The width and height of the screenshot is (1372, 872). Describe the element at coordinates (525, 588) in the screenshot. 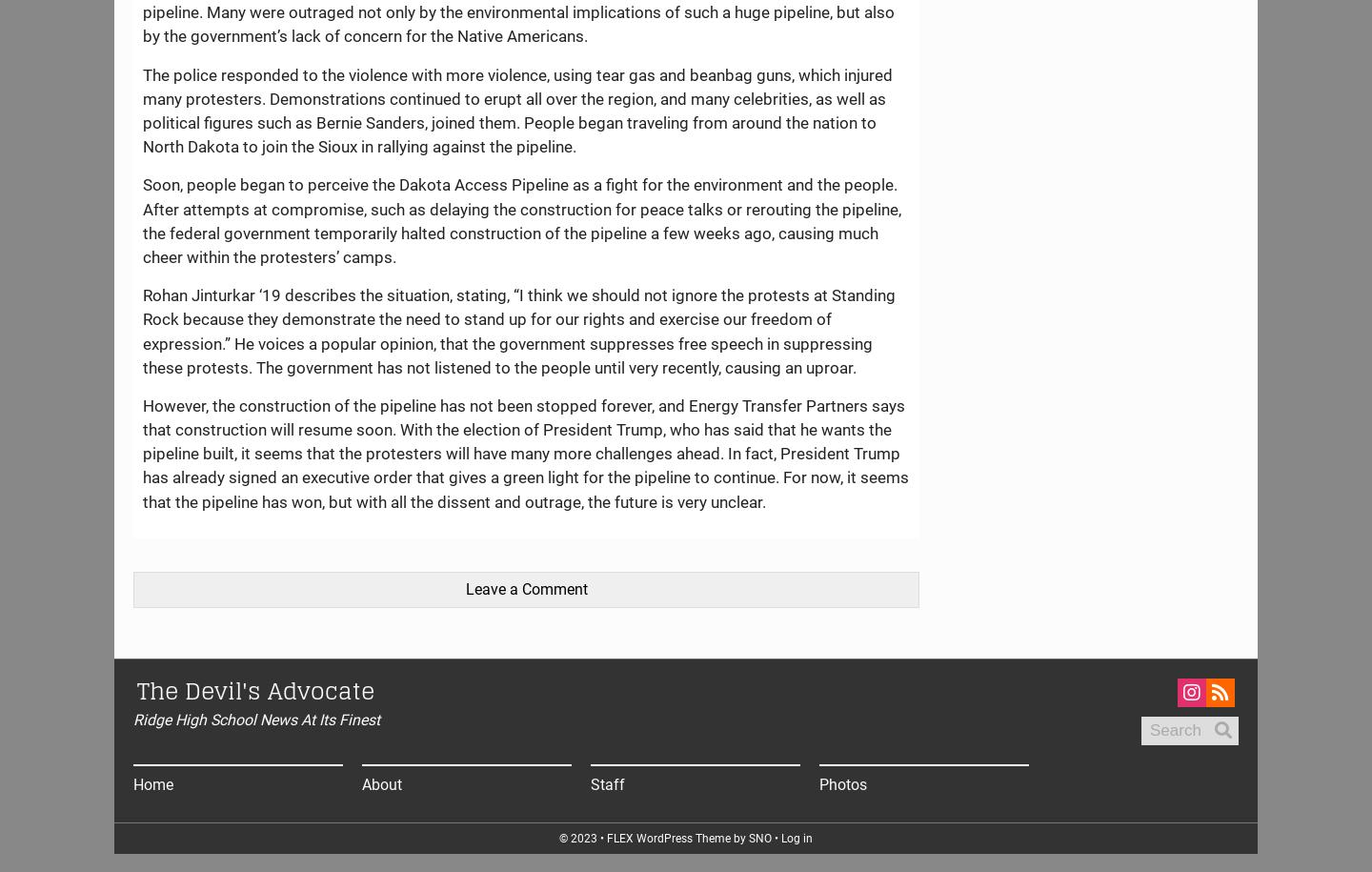

I see `'Leave a Comment'` at that location.